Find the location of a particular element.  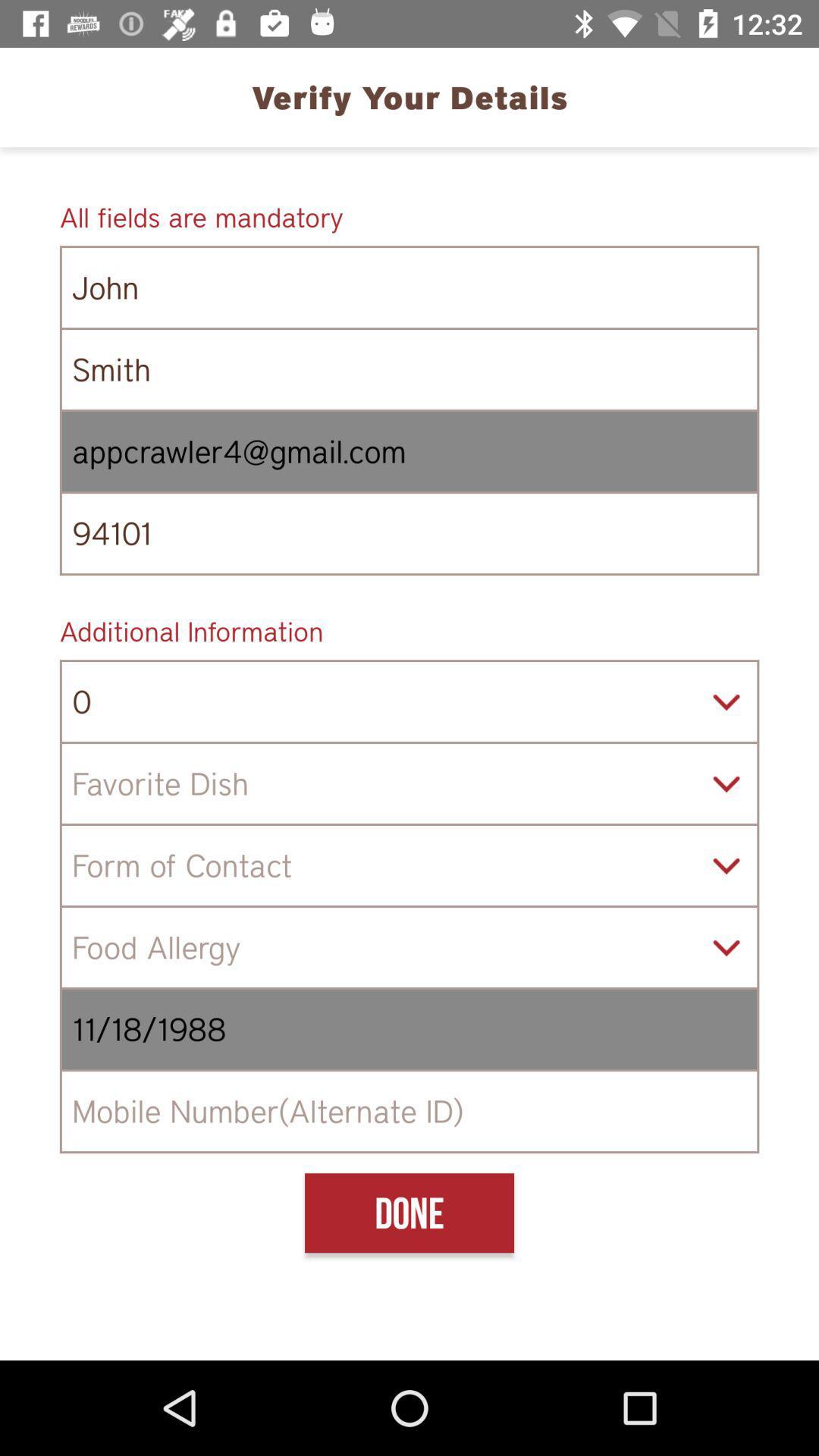

icon above the john icon is located at coordinates (409, 216).